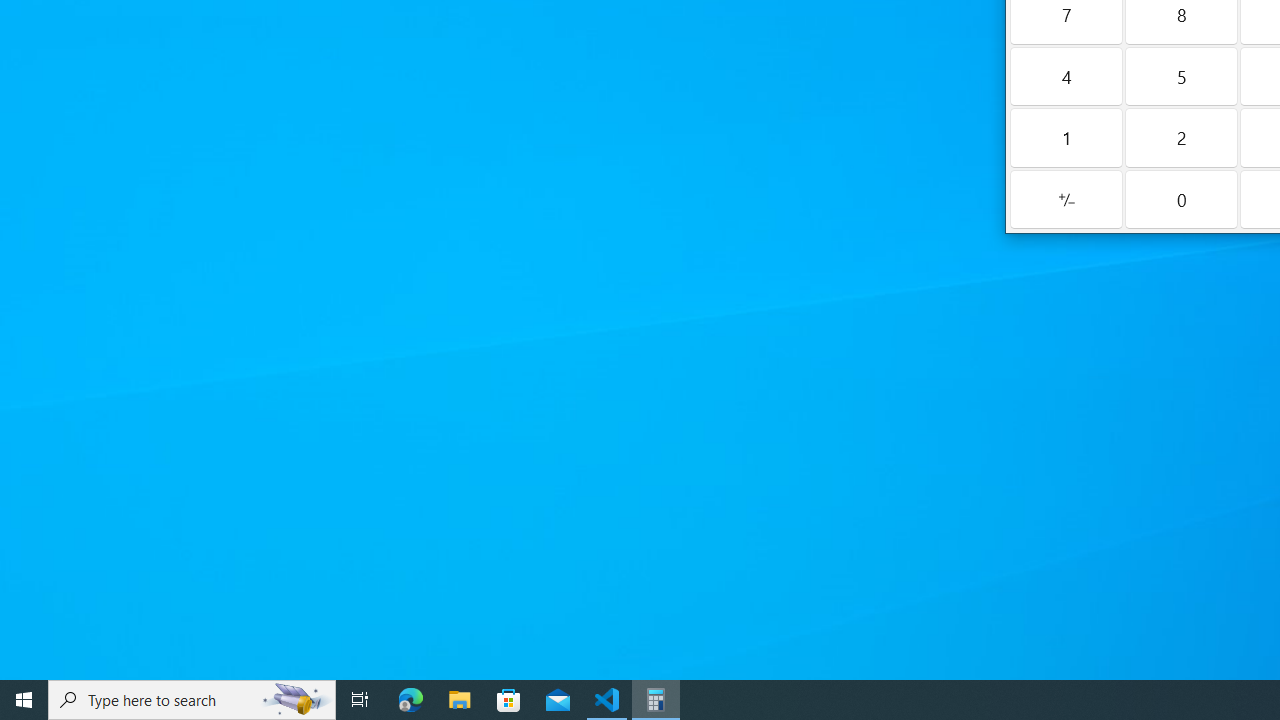 The image size is (1280, 720). I want to click on 'Search highlights icon opens search home window', so click(294, 698).